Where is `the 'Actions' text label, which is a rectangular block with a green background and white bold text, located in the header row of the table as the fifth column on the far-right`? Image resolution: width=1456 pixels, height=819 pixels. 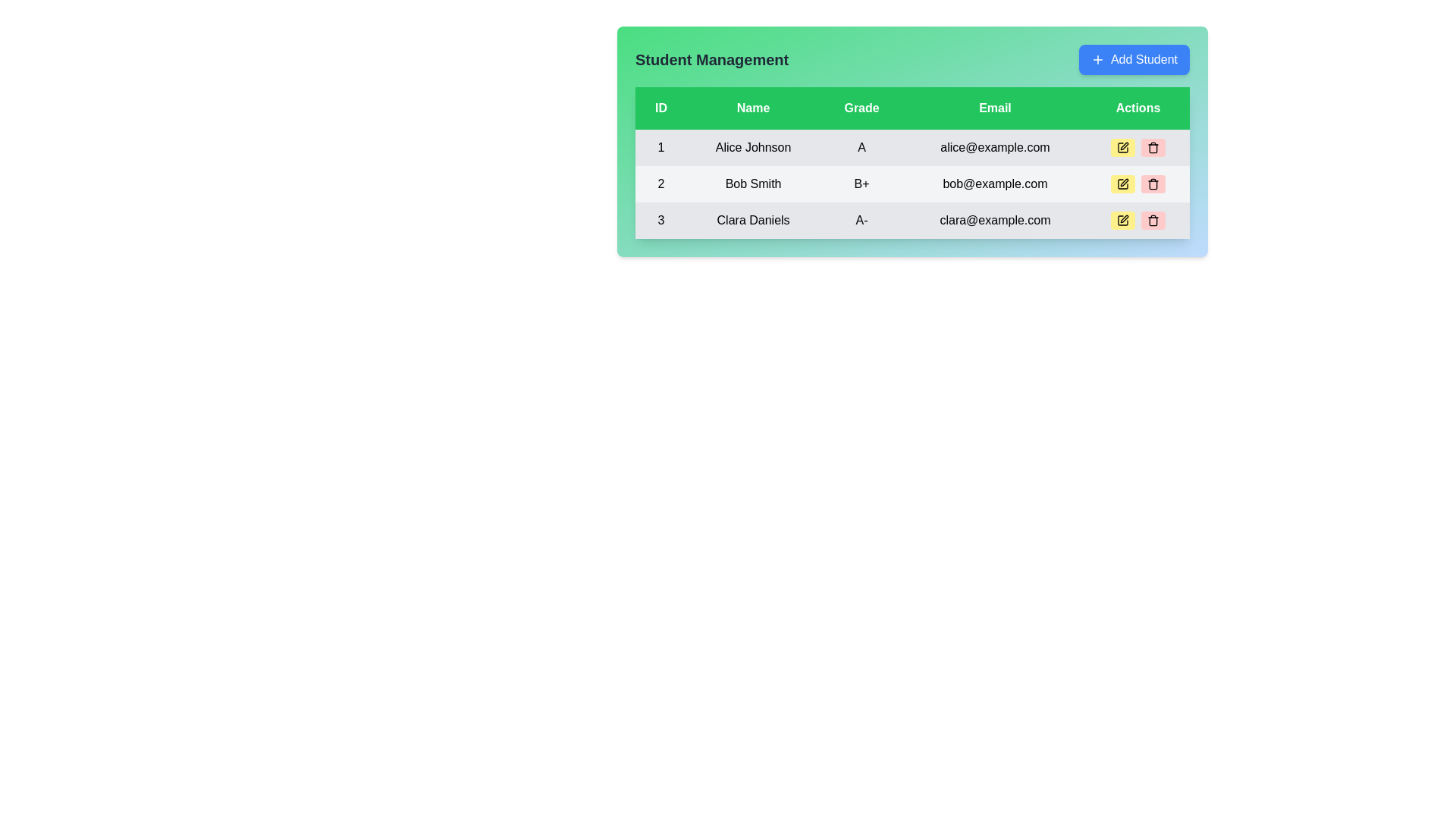
the 'Actions' text label, which is a rectangular block with a green background and white bold text, located in the header row of the table as the fifth column on the far-right is located at coordinates (1138, 107).